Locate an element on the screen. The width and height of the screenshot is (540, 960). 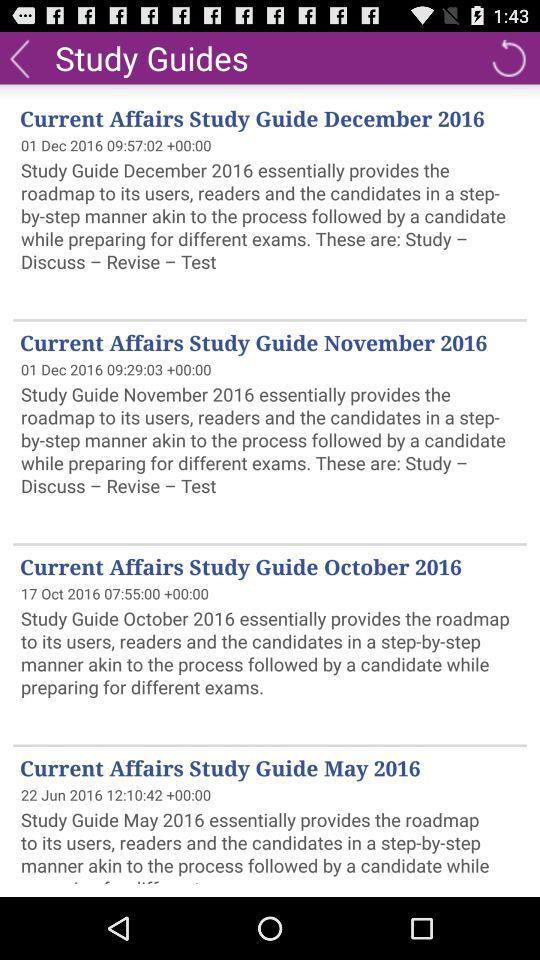
item above the current affairs study icon is located at coordinates (150, 56).